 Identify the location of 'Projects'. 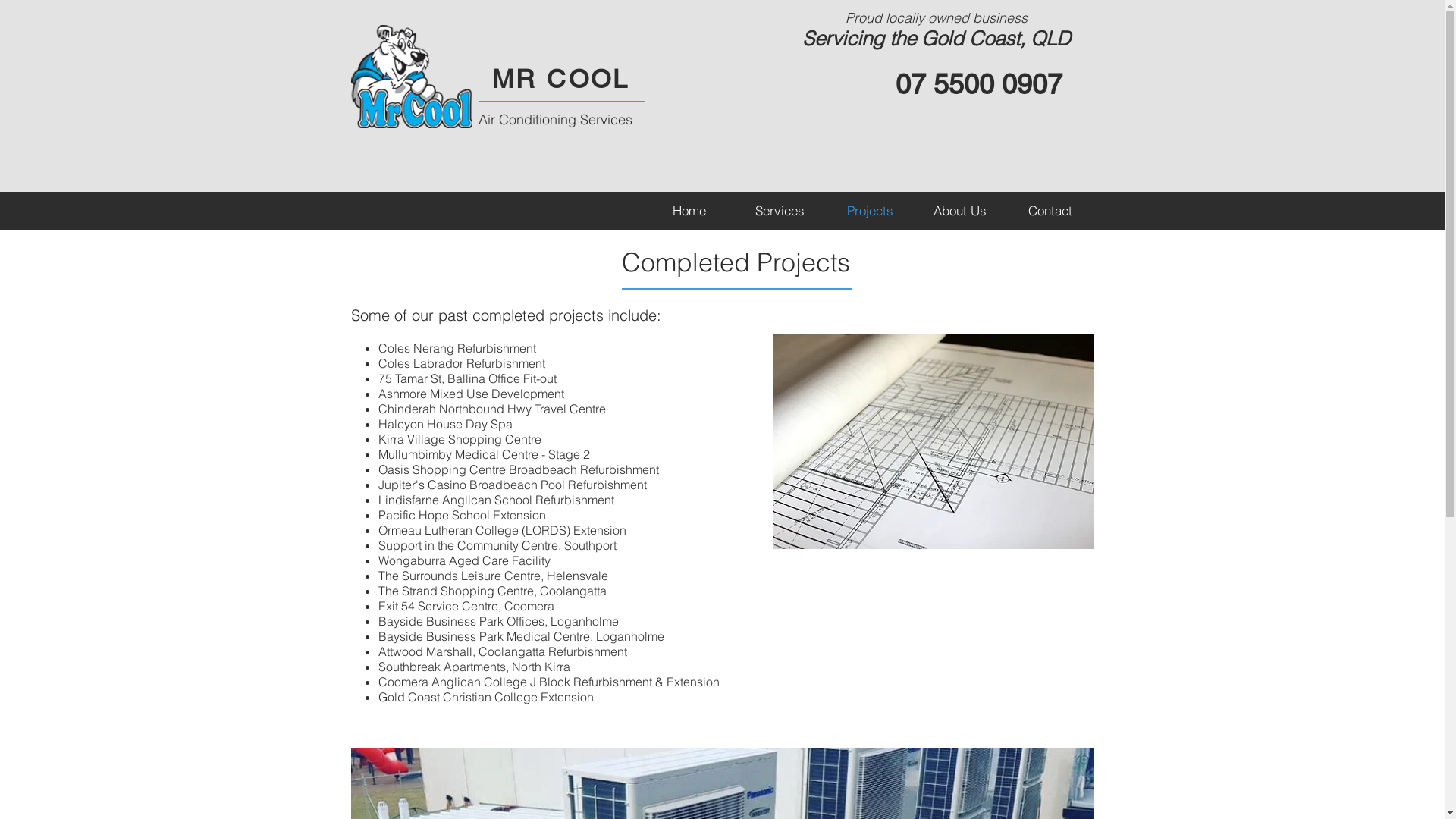
(824, 210).